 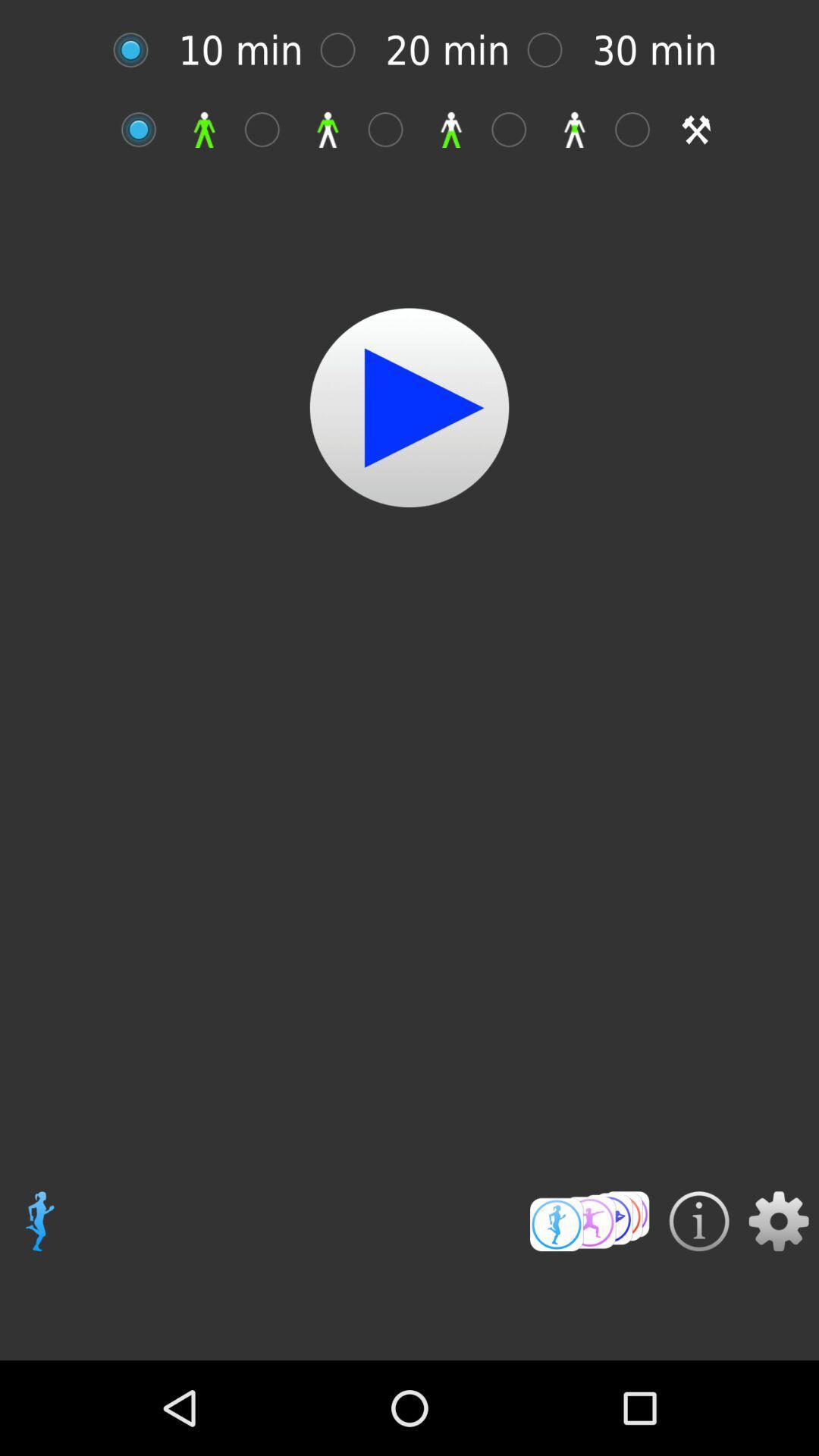 What do you see at coordinates (779, 1221) in the screenshot?
I see `settings` at bounding box center [779, 1221].